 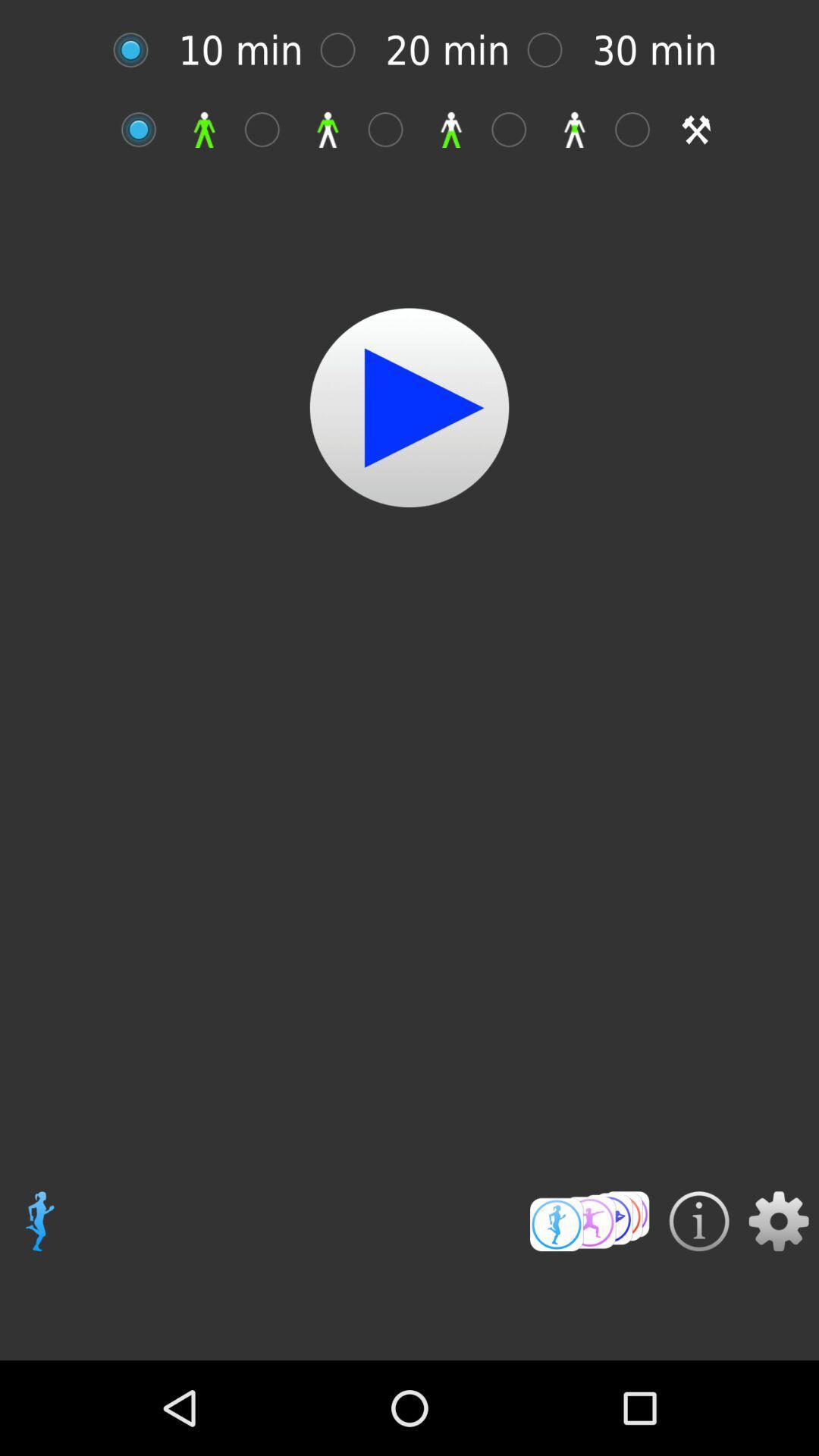 What do you see at coordinates (779, 1221) in the screenshot?
I see `settings` at bounding box center [779, 1221].